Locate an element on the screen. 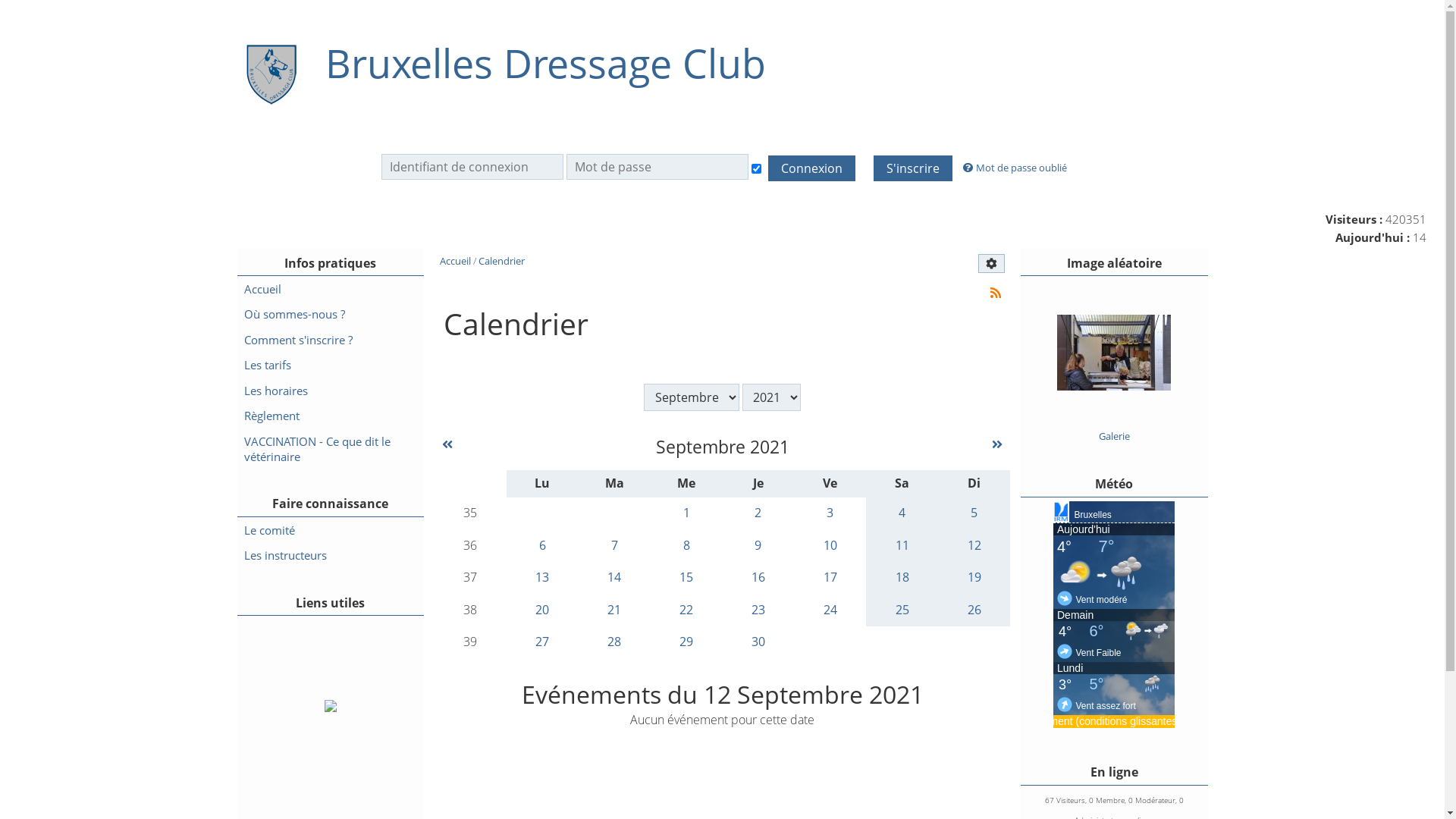 This screenshot has height=819, width=1456. 'Les instructeurs' is located at coordinates (329, 555).